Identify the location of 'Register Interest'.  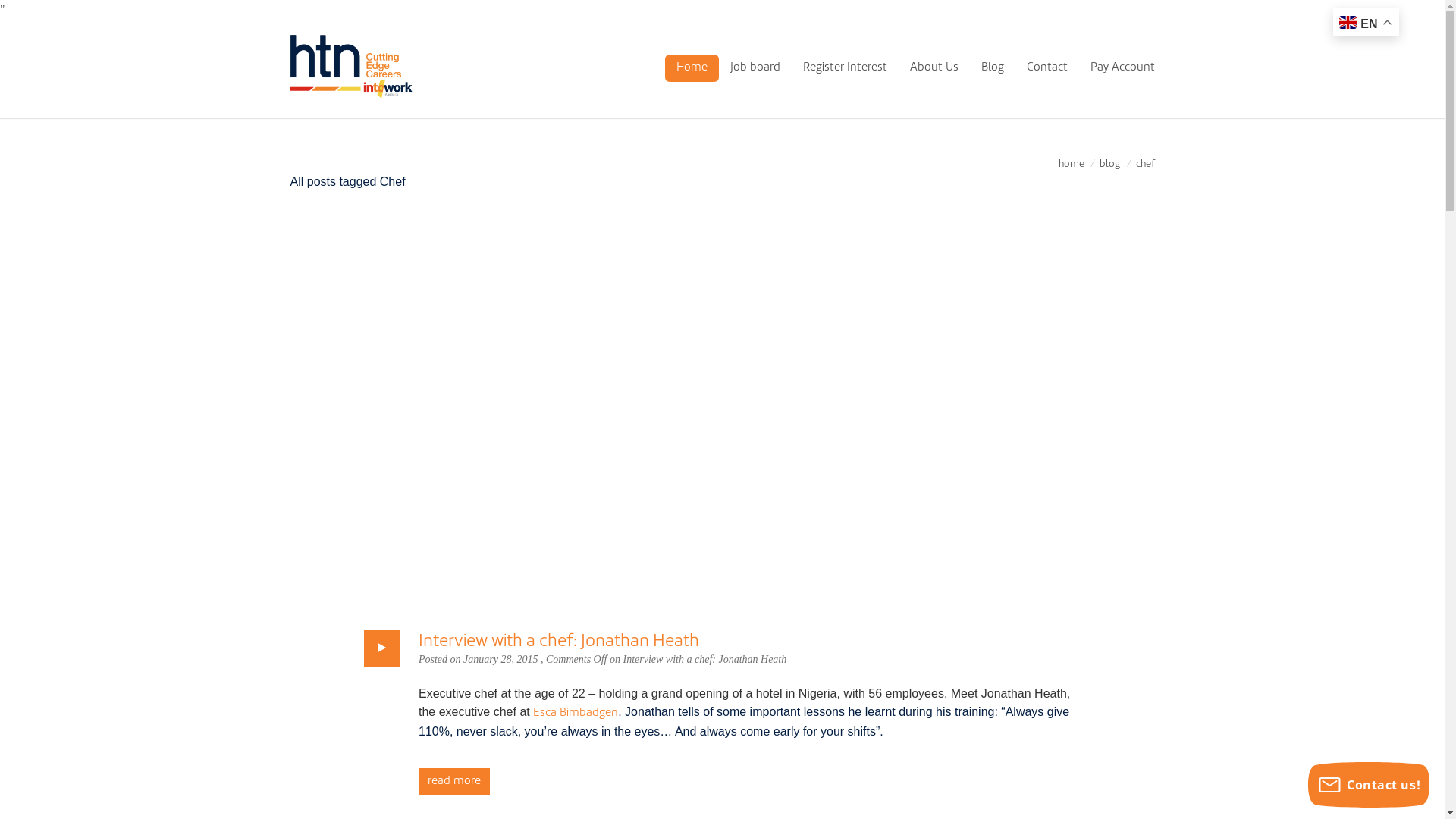
(844, 67).